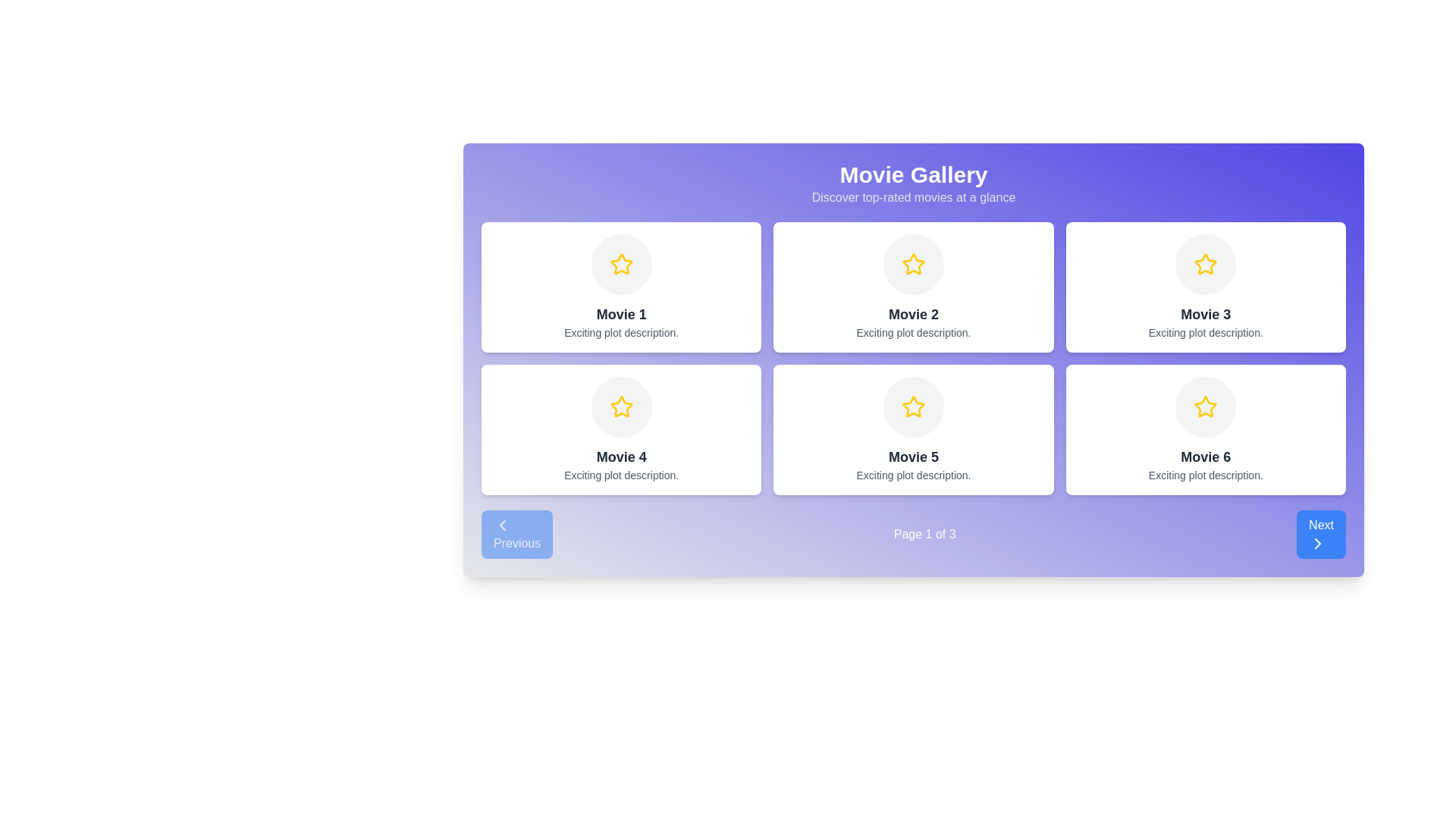  I want to click on the Text Label that displays the current page number and total pages, located centrally below the grid of movie cards, positioned between 'Previous' and 'Next' navigation buttons, so click(924, 534).